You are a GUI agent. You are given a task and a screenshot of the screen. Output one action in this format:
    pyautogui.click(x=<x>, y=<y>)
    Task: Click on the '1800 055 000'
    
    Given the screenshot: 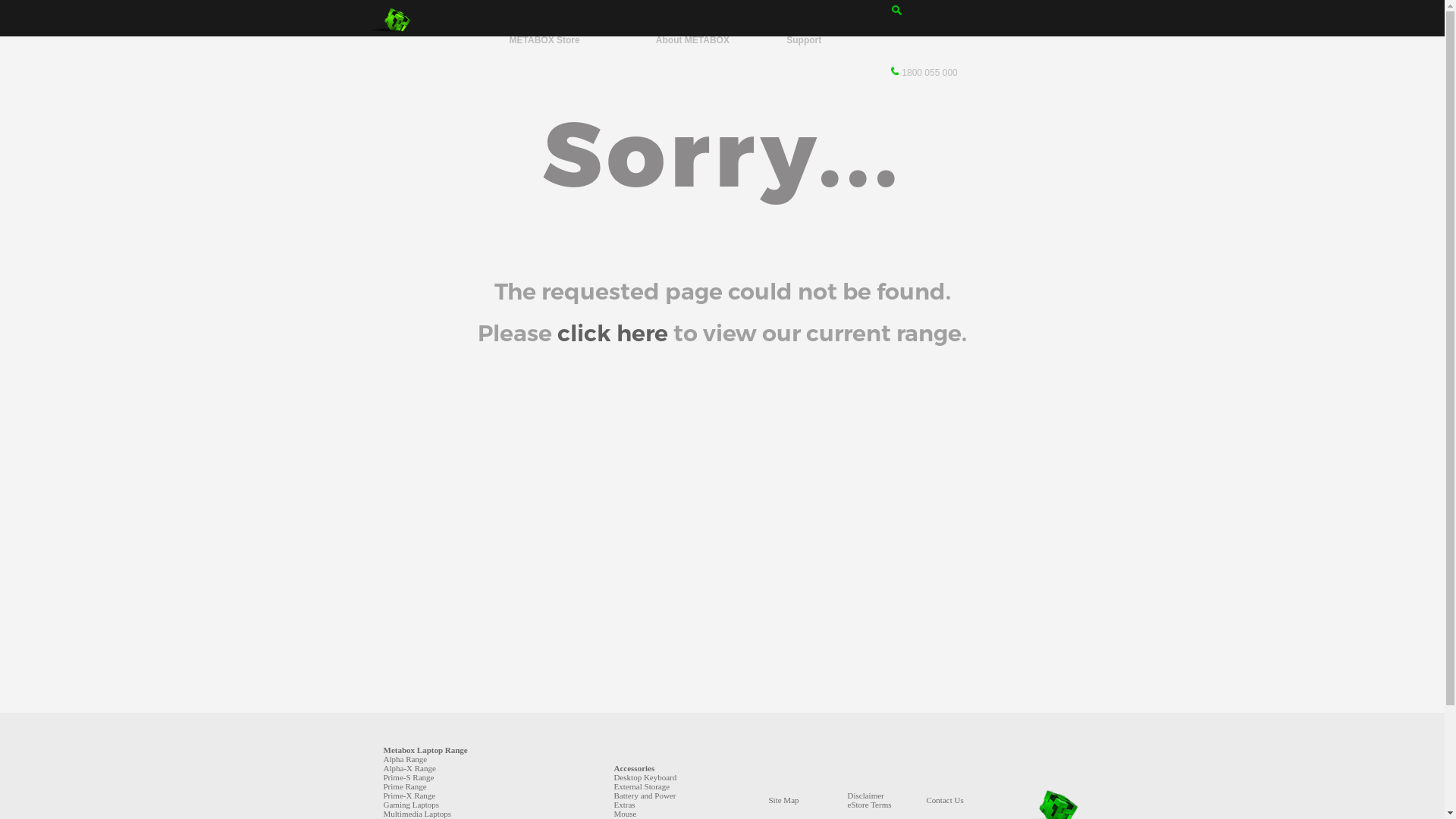 What is the action you would take?
    pyautogui.click(x=924, y=73)
    